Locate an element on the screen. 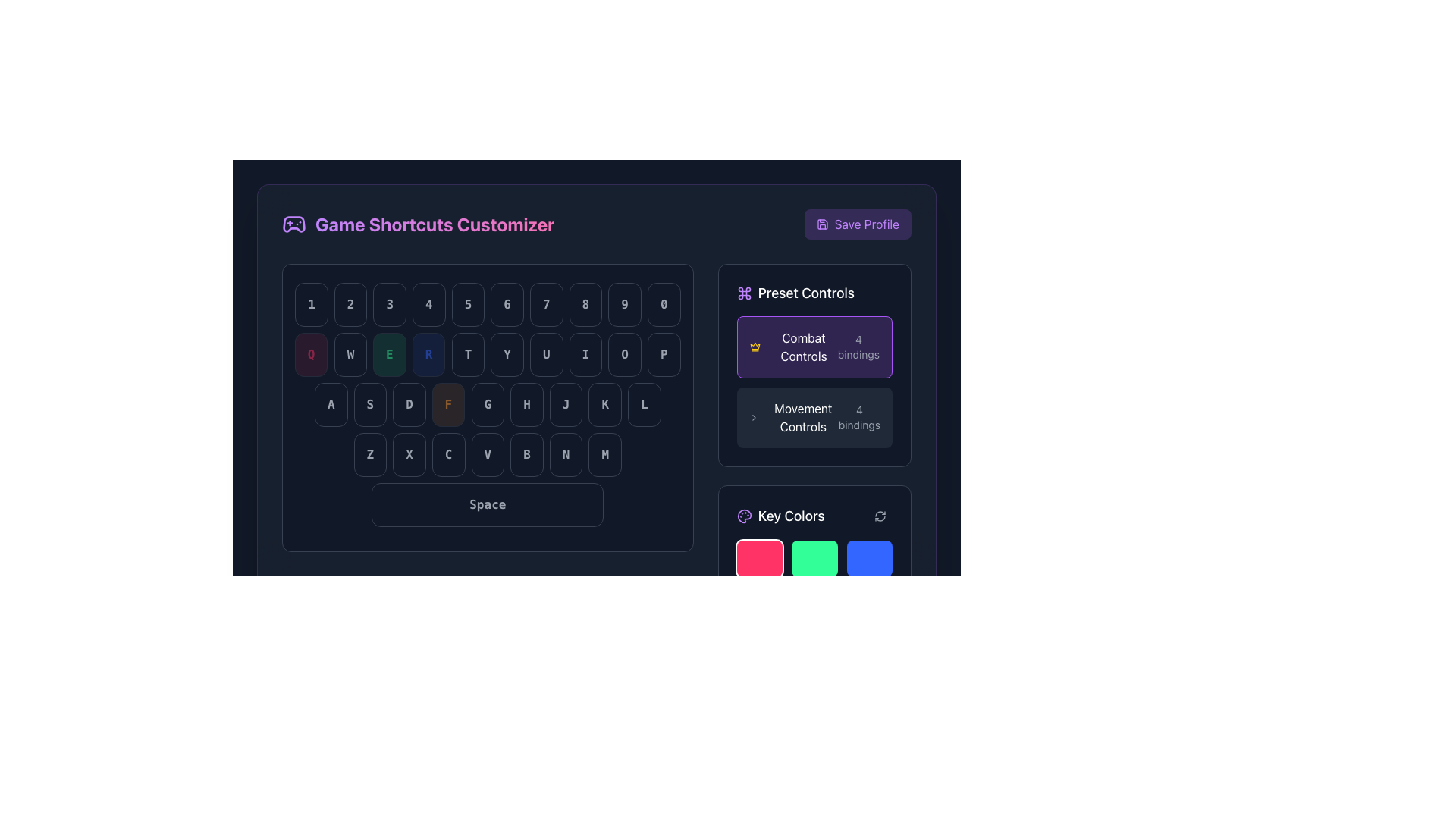  the button displaying the number '3', which is the third button in a horizontal row of keys labeled from '1' to '0', featuring a dark background and light gray text is located at coordinates (390, 304).